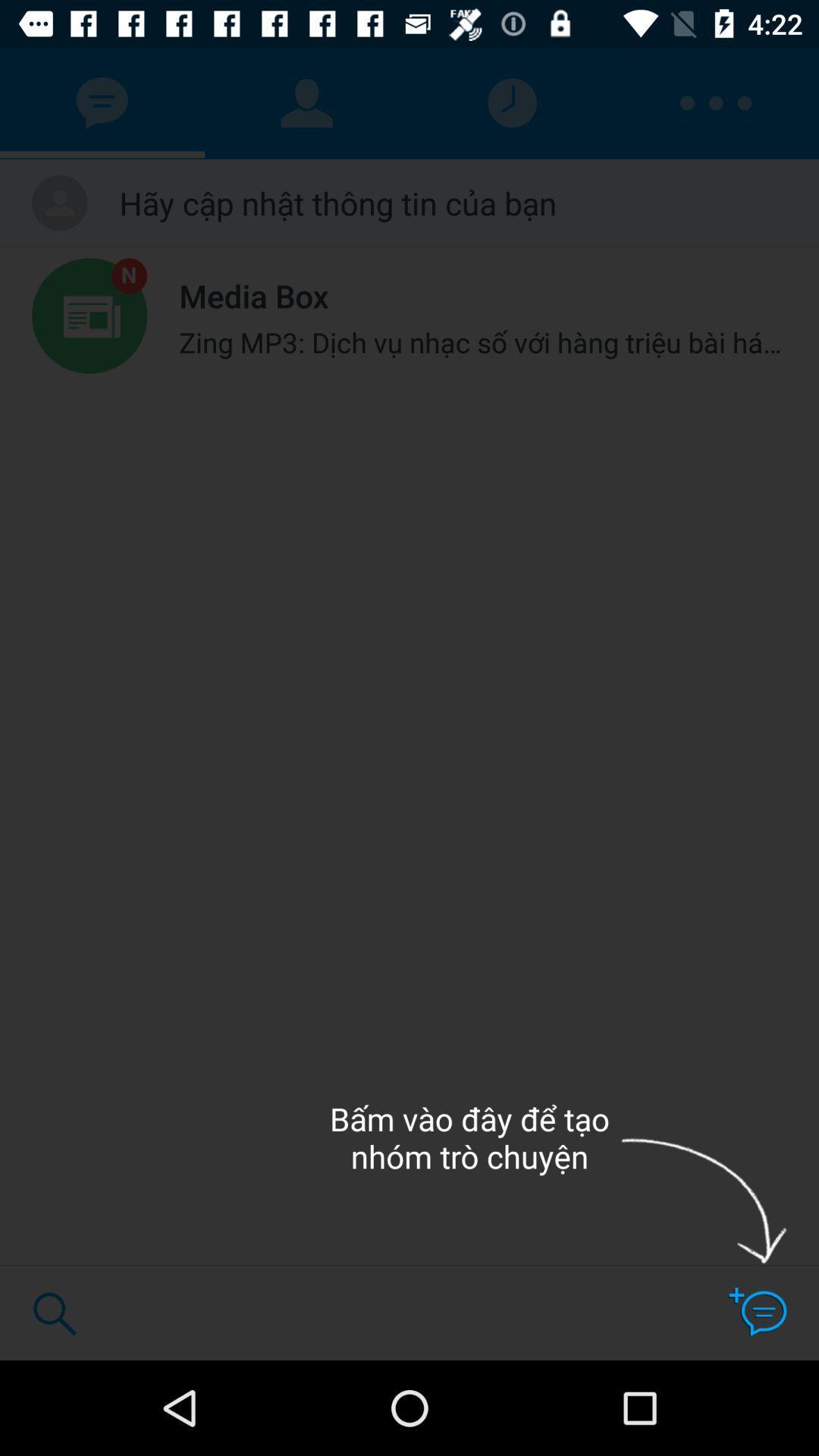 The height and width of the screenshot is (1456, 819). What do you see at coordinates (512, 103) in the screenshot?
I see `clock icon` at bounding box center [512, 103].